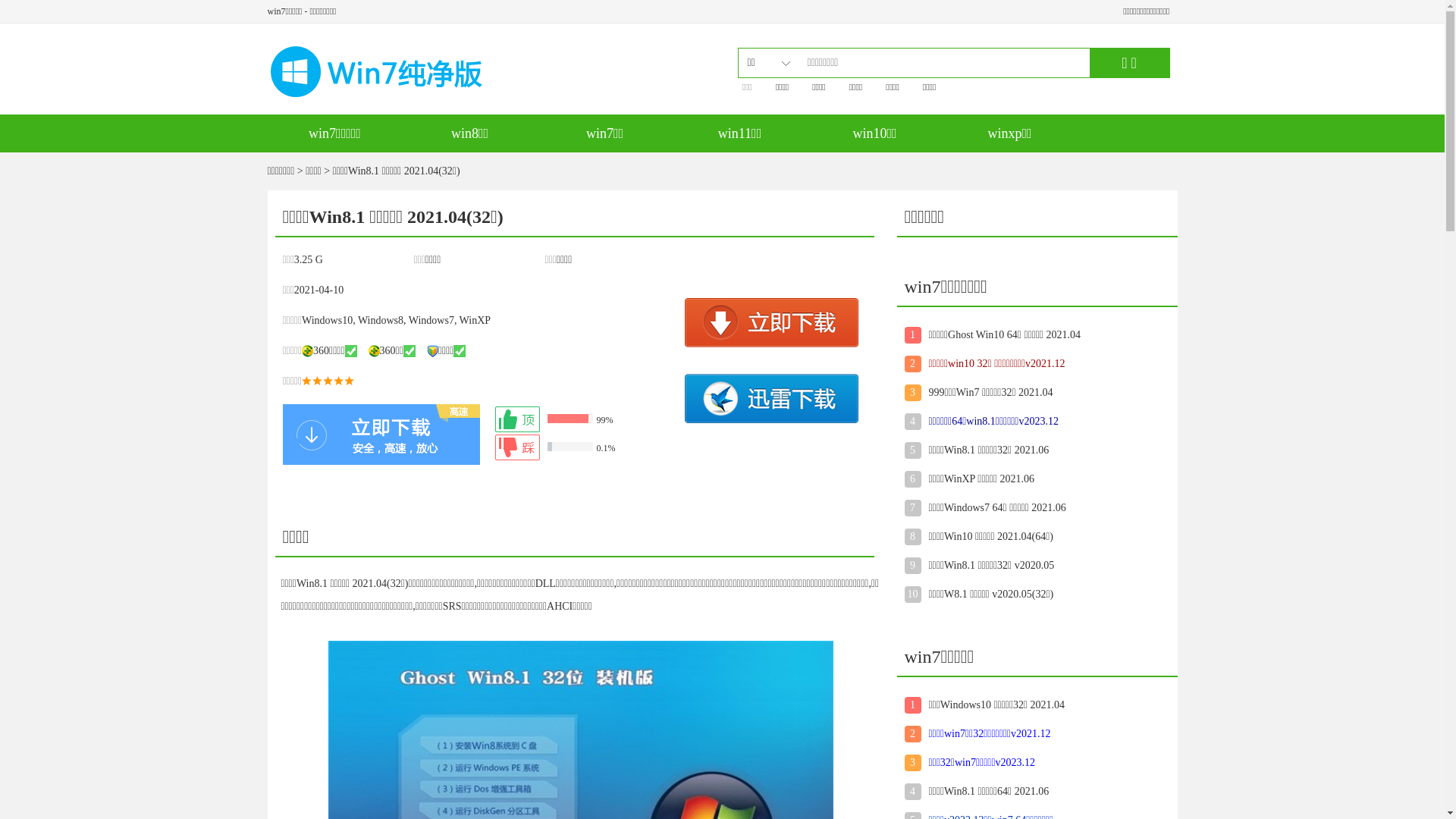  What do you see at coordinates (585, 419) in the screenshot?
I see `'99%'` at bounding box center [585, 419].